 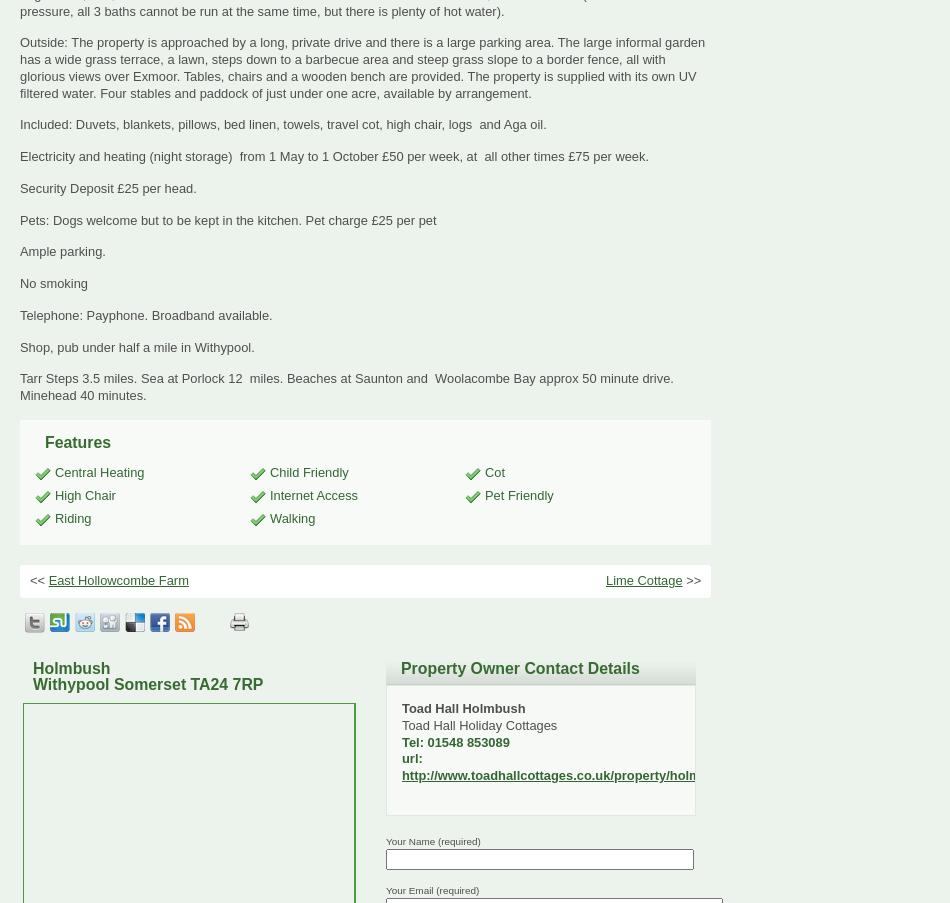 I want to click on 'Riding', so click(x=55, y=517).